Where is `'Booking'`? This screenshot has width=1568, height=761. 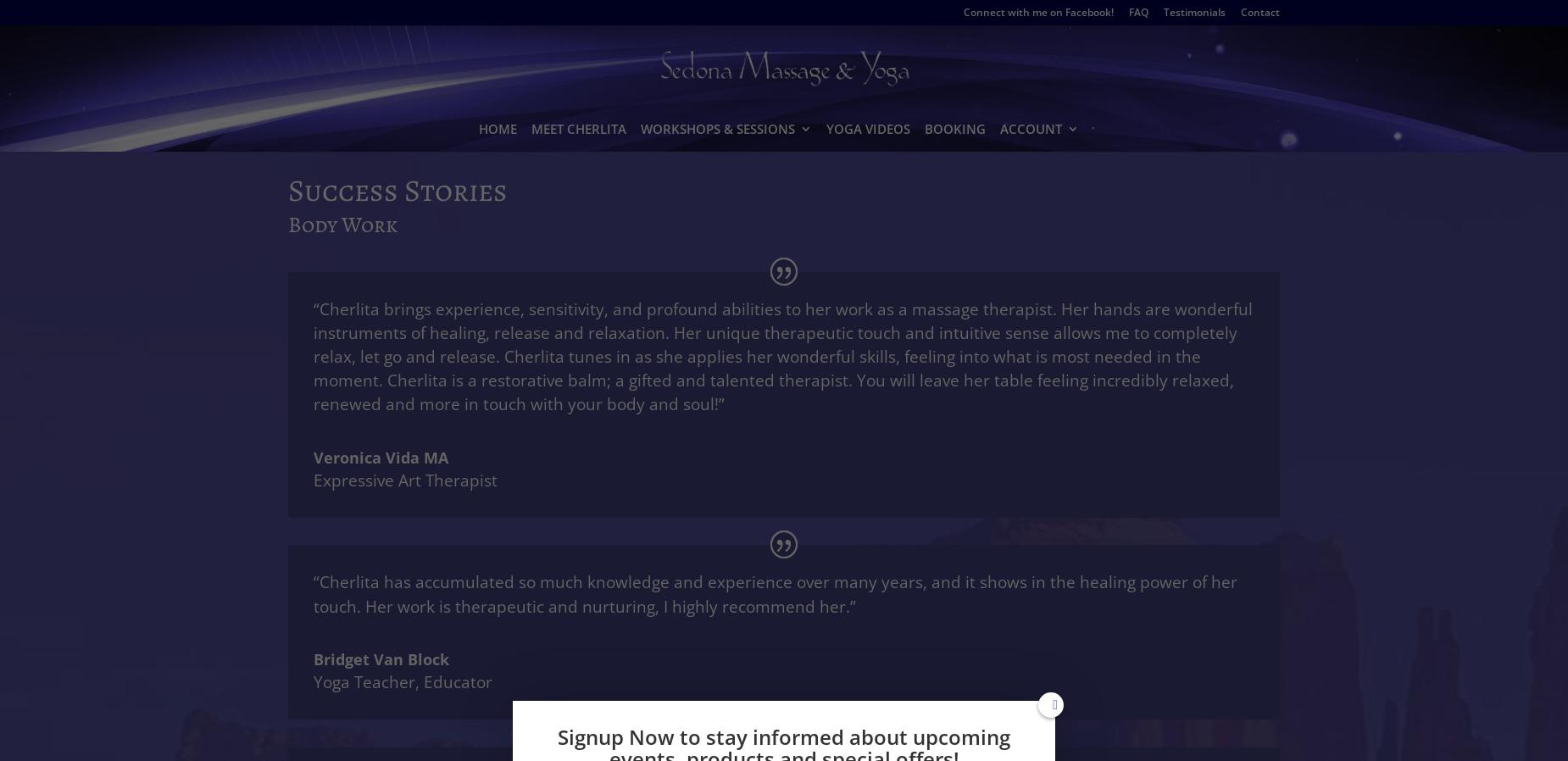
'Booking' is located at coordinates (954, 128).